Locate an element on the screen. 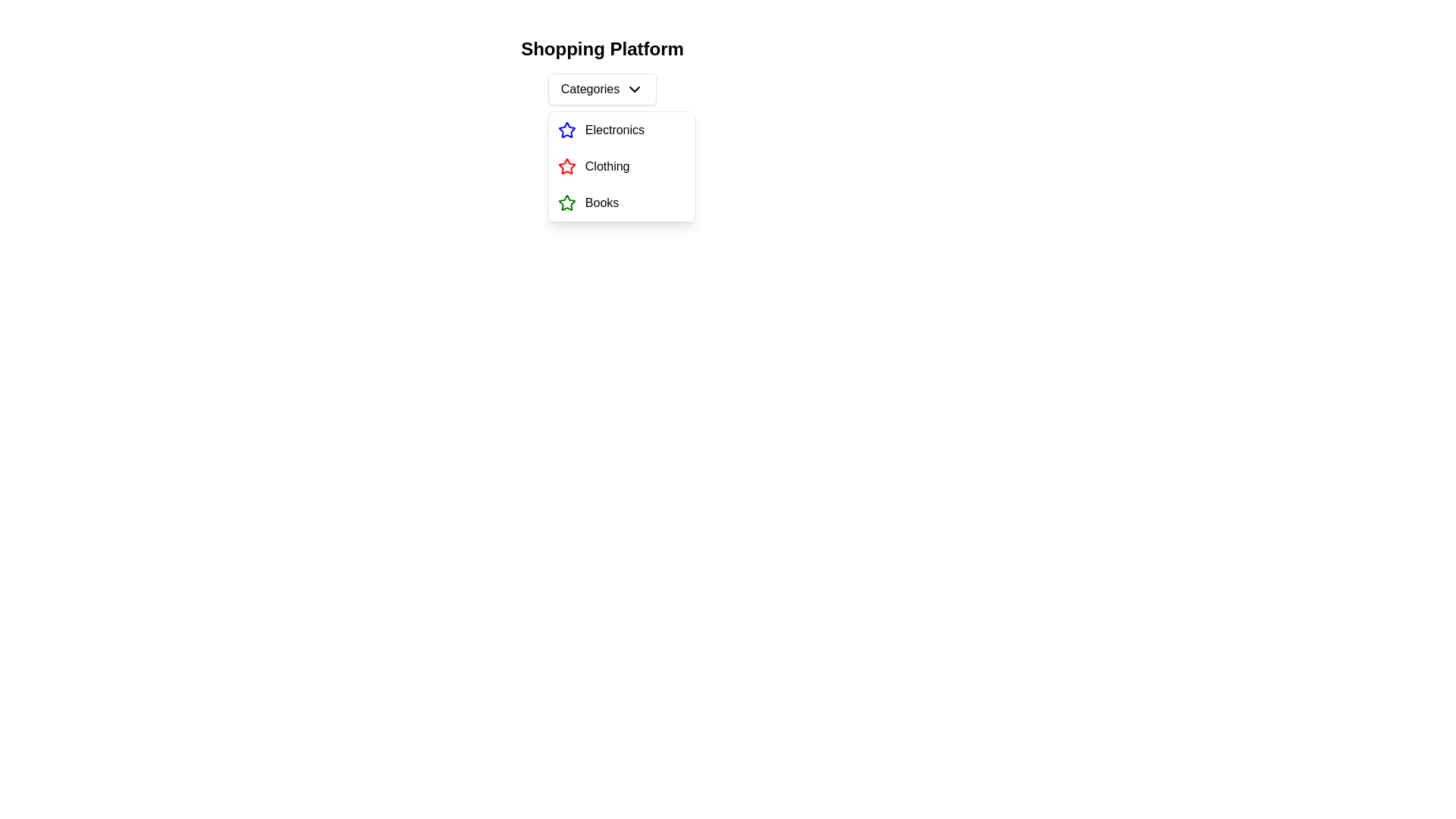 This screenshot has width=1456, height=819. the star-shaped icon with a green stroke located in the 'Books' menu item under 'Categories' is located at coordinates (566, 202).